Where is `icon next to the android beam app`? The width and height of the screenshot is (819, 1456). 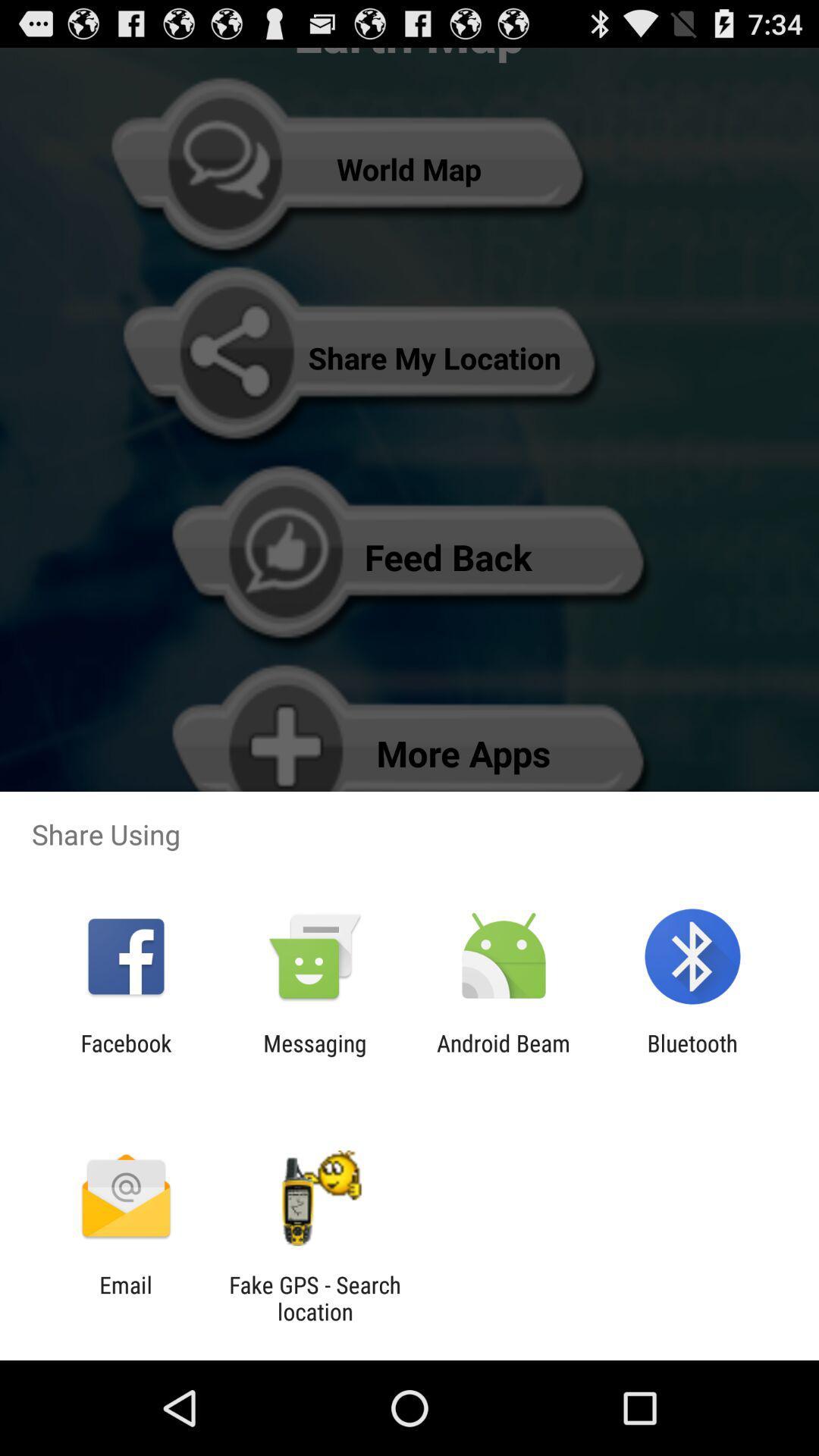 icon next to the android beam app is located at coordinates (314, 1056).